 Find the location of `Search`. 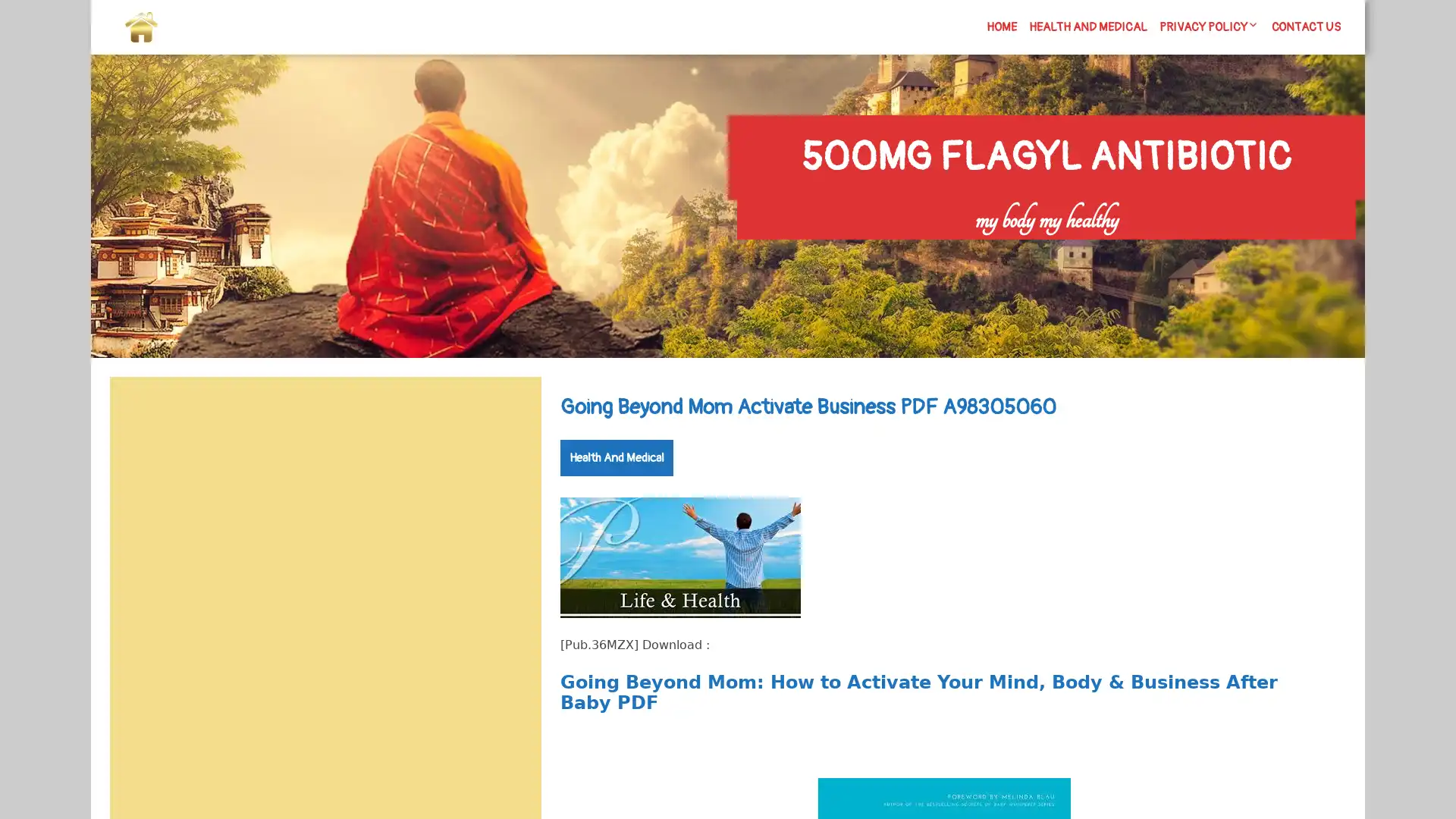

Search is located at coordinates (1181, 248).